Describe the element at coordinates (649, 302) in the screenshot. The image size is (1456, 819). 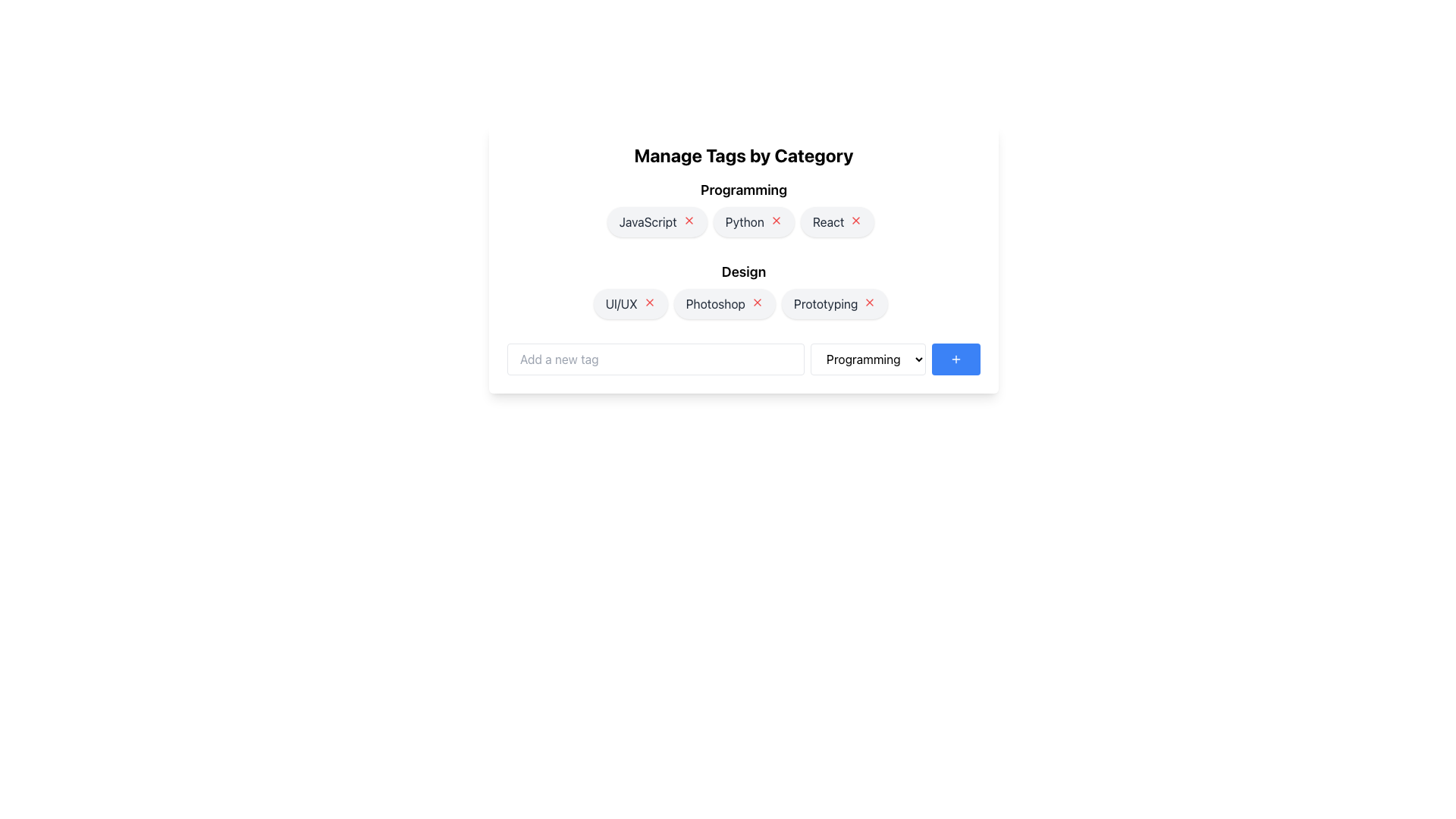
I see `the deletion button located on the right side of the 'UI/UX' tag in the 'Design' section` at that location.